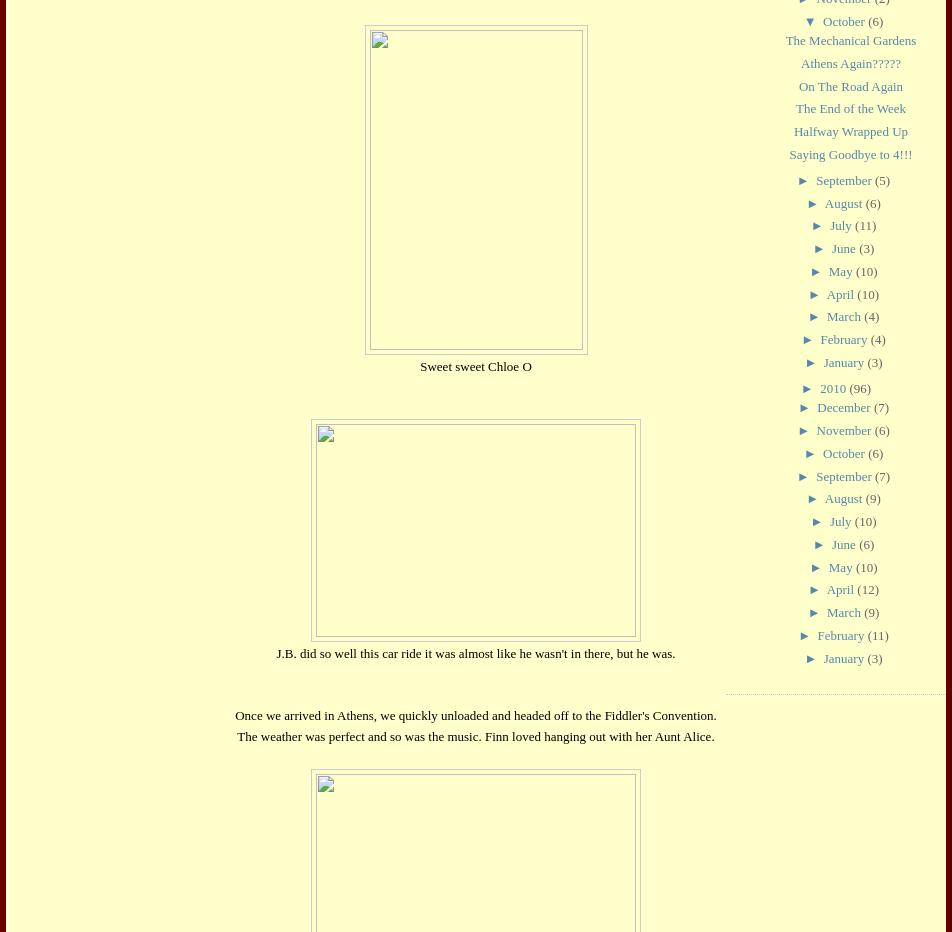  Describe the element at coordinates (475, 653) in the screenshot. I see `'J.B. did so well this car ride it was almost like he wasn't in there, but he was.'` at that location.